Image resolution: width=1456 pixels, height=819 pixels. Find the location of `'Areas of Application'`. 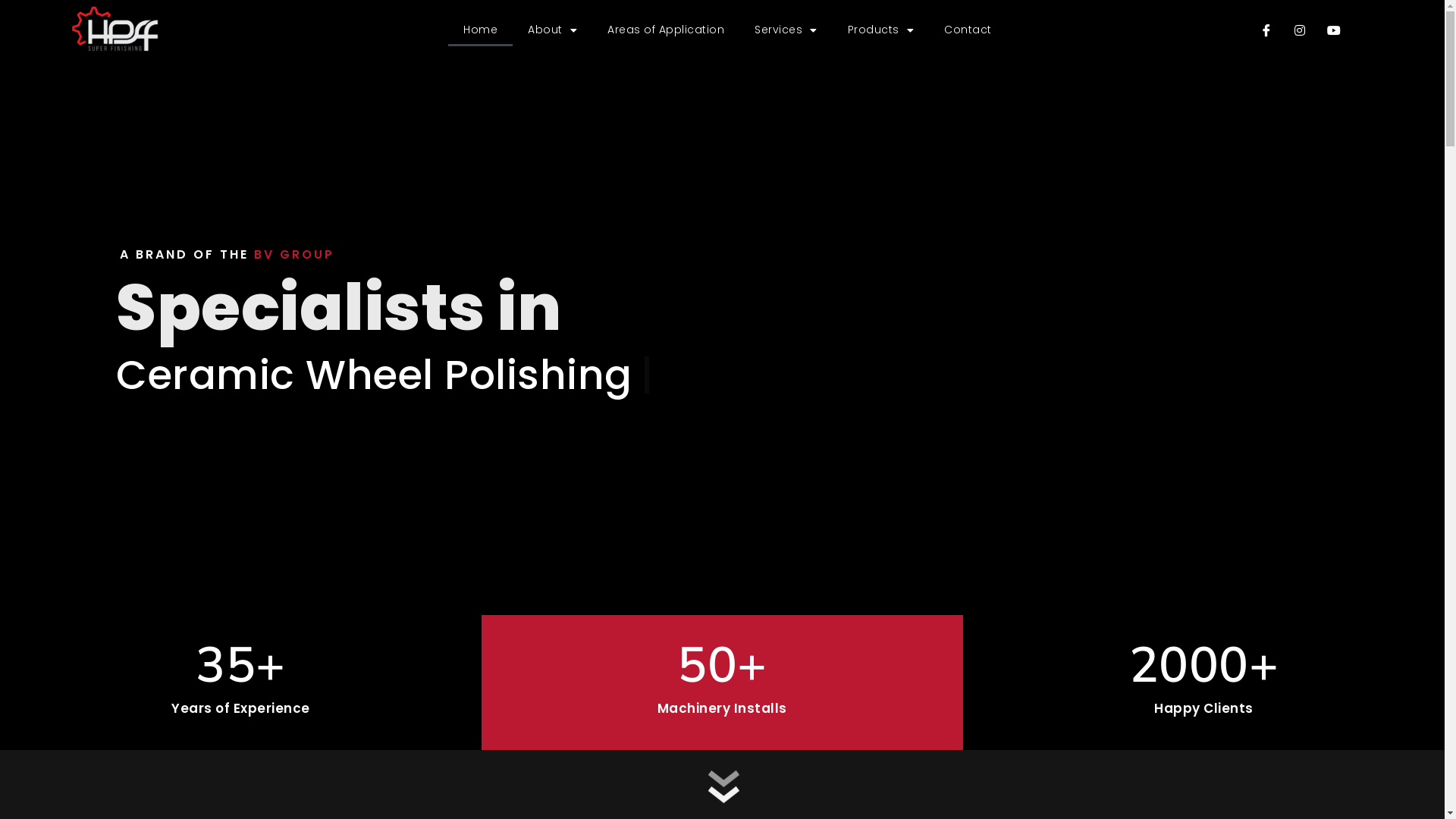

'Areas of Application' is located at coordinates (666, 30).